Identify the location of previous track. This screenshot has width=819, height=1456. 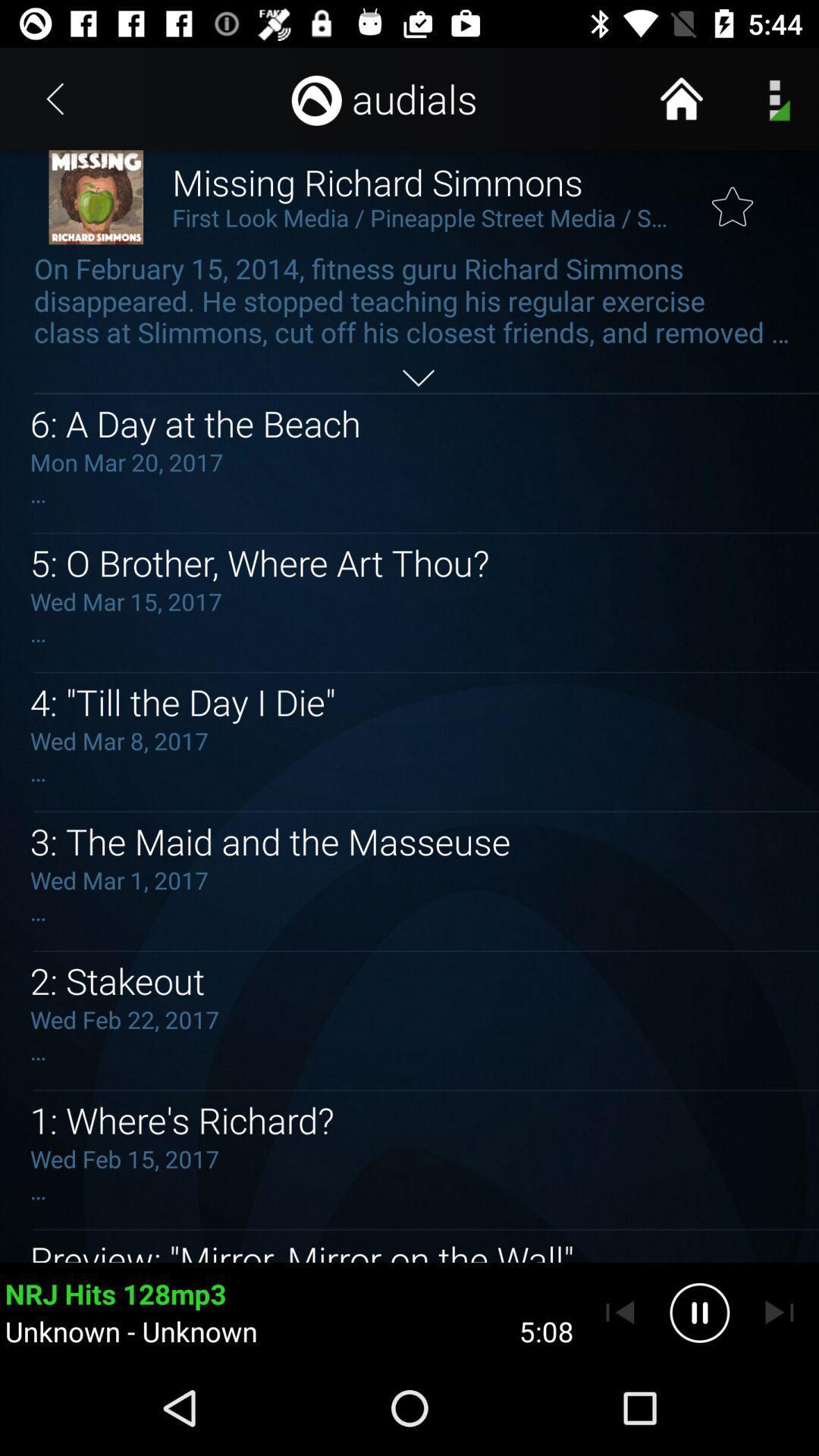
(620, 1312).